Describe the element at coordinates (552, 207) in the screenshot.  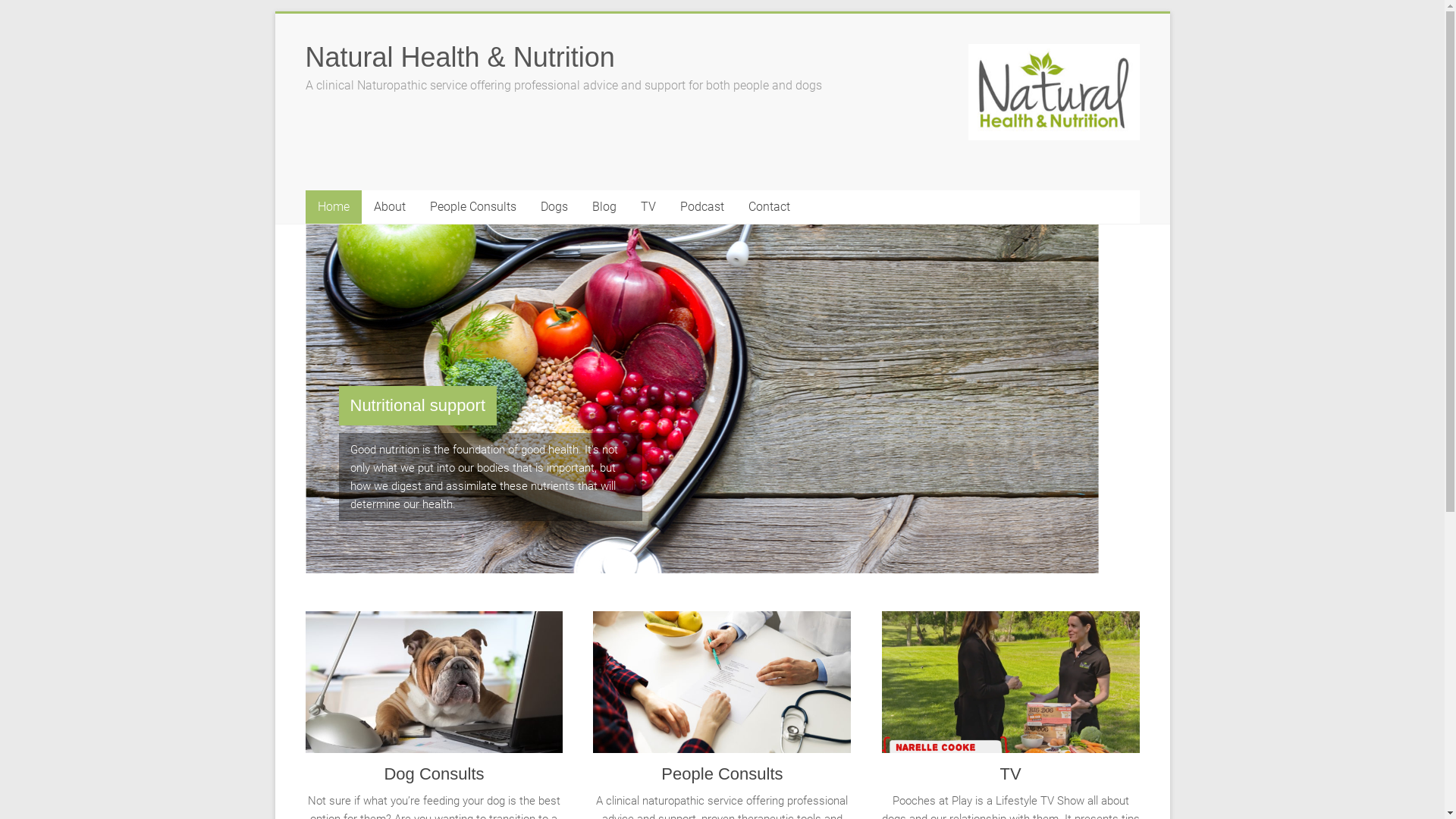
I see `'Dogs'` at that location.